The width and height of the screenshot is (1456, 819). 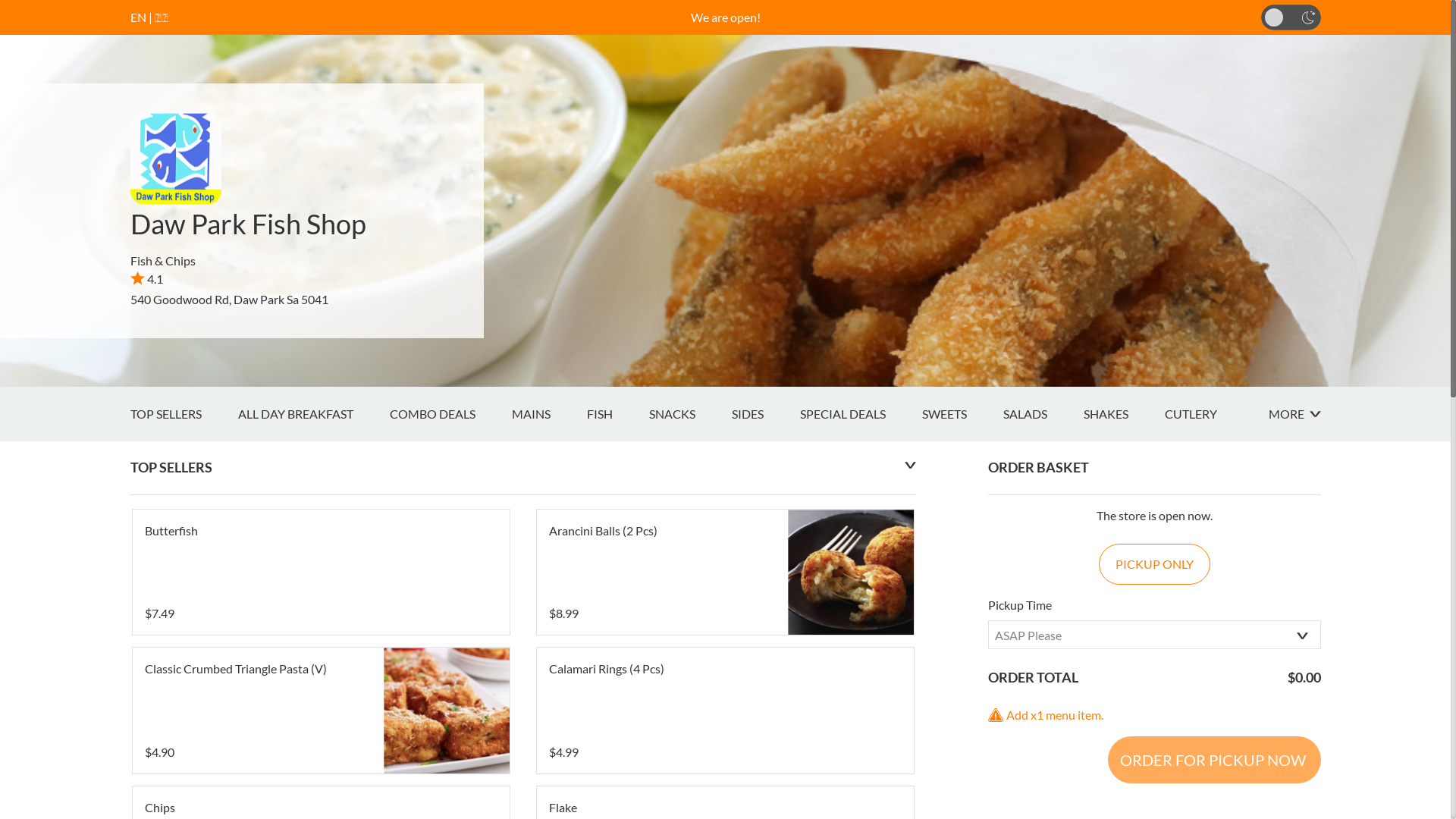 What do you see at coordinates (1213, 760) in the screenshot?
I see `'ORDER FOR PICKUP NOW '` at bounding box center [1213, 760].